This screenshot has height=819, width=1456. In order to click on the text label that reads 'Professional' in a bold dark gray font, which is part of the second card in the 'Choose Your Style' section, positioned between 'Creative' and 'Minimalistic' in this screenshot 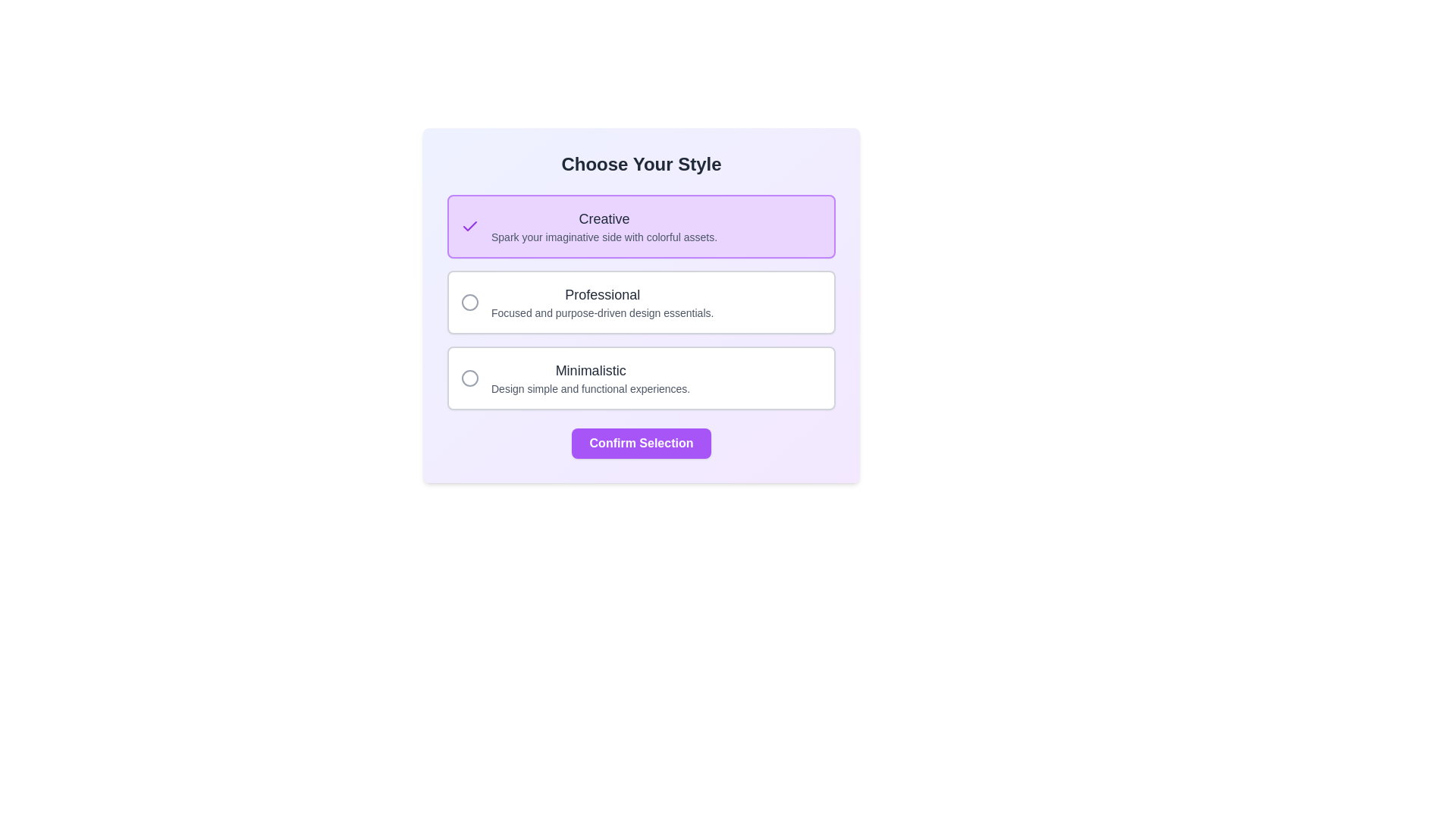, I will do `click(601, 302)`.